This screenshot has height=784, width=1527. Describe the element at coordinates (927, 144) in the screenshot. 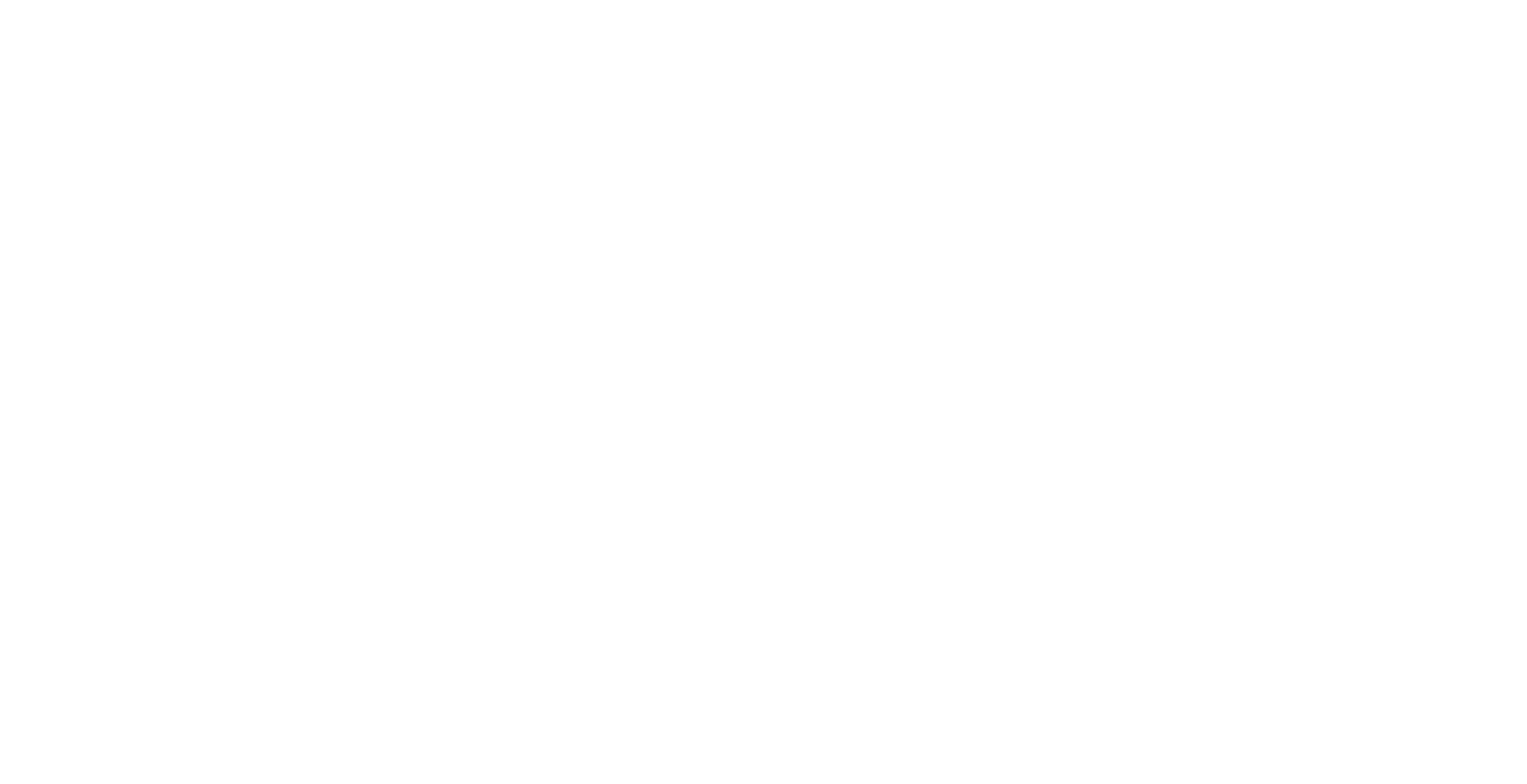

I see `'Stories'` at that location.